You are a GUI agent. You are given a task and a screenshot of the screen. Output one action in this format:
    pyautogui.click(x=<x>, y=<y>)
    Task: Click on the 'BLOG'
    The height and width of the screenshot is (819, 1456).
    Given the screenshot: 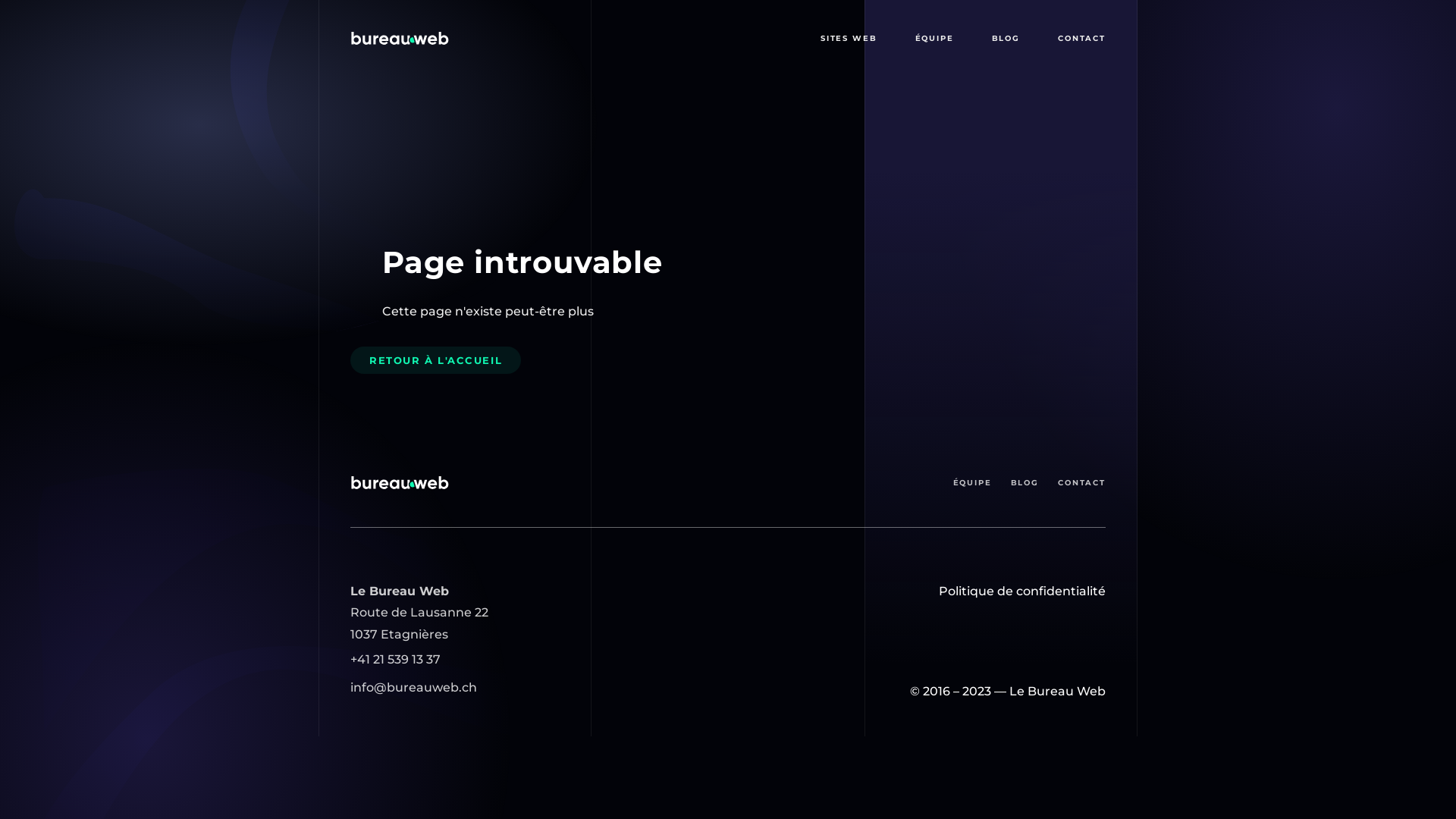 What is the action you would take?
    pyautogui.click(x=992, y=37)
    